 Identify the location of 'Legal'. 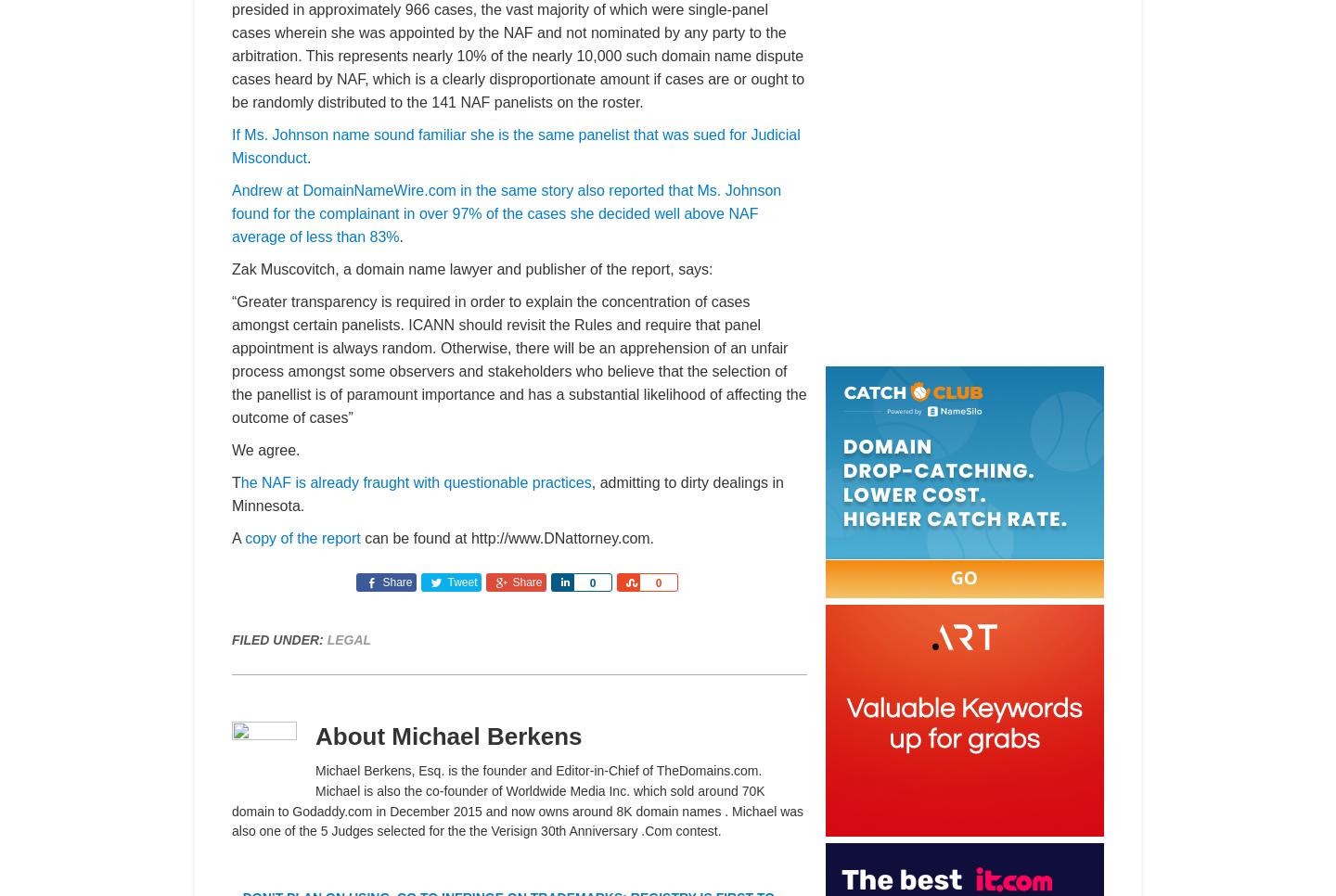
(347, 640).